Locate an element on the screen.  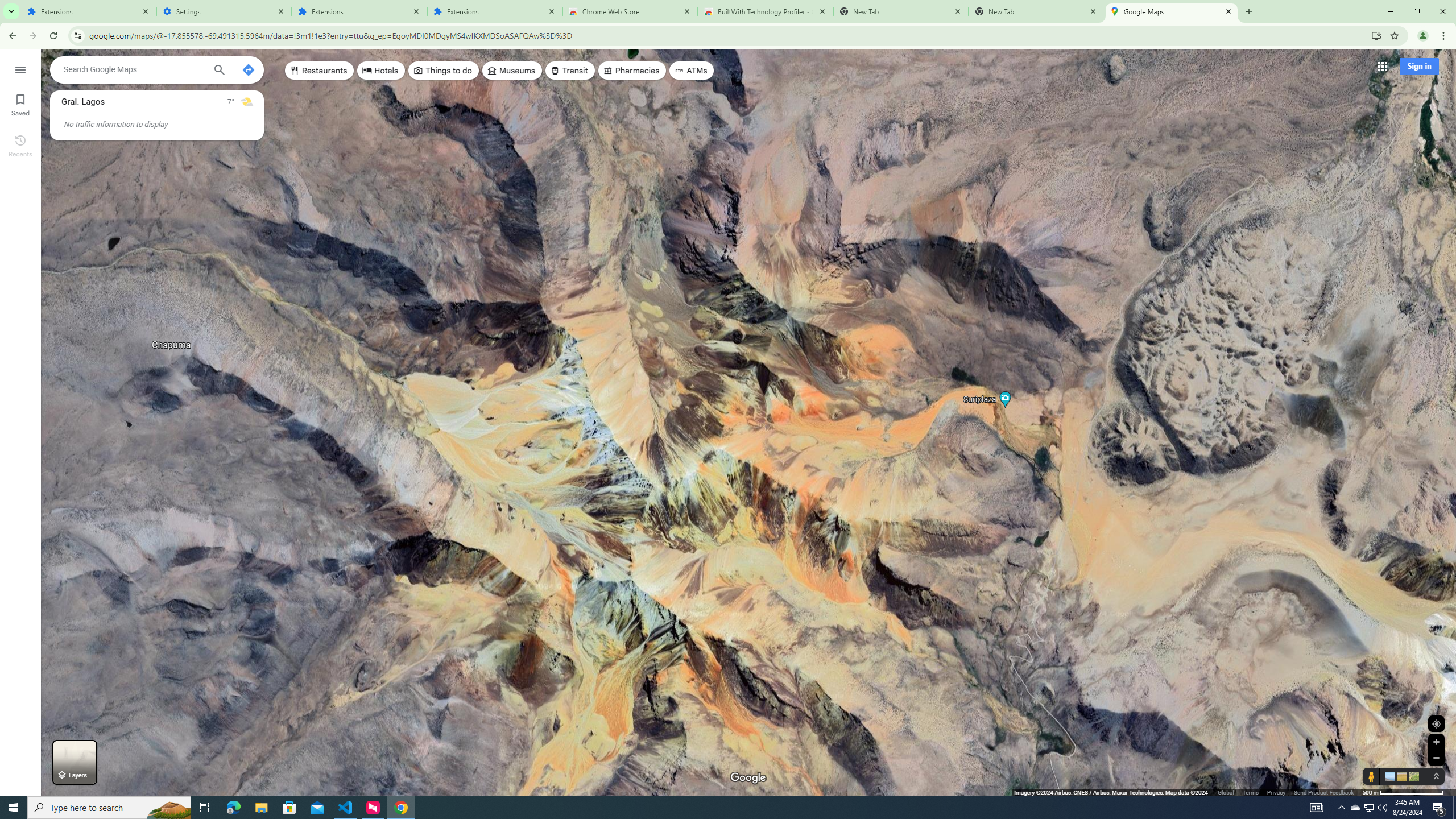
'Zoom in' is located at coordinates (1436, 741).